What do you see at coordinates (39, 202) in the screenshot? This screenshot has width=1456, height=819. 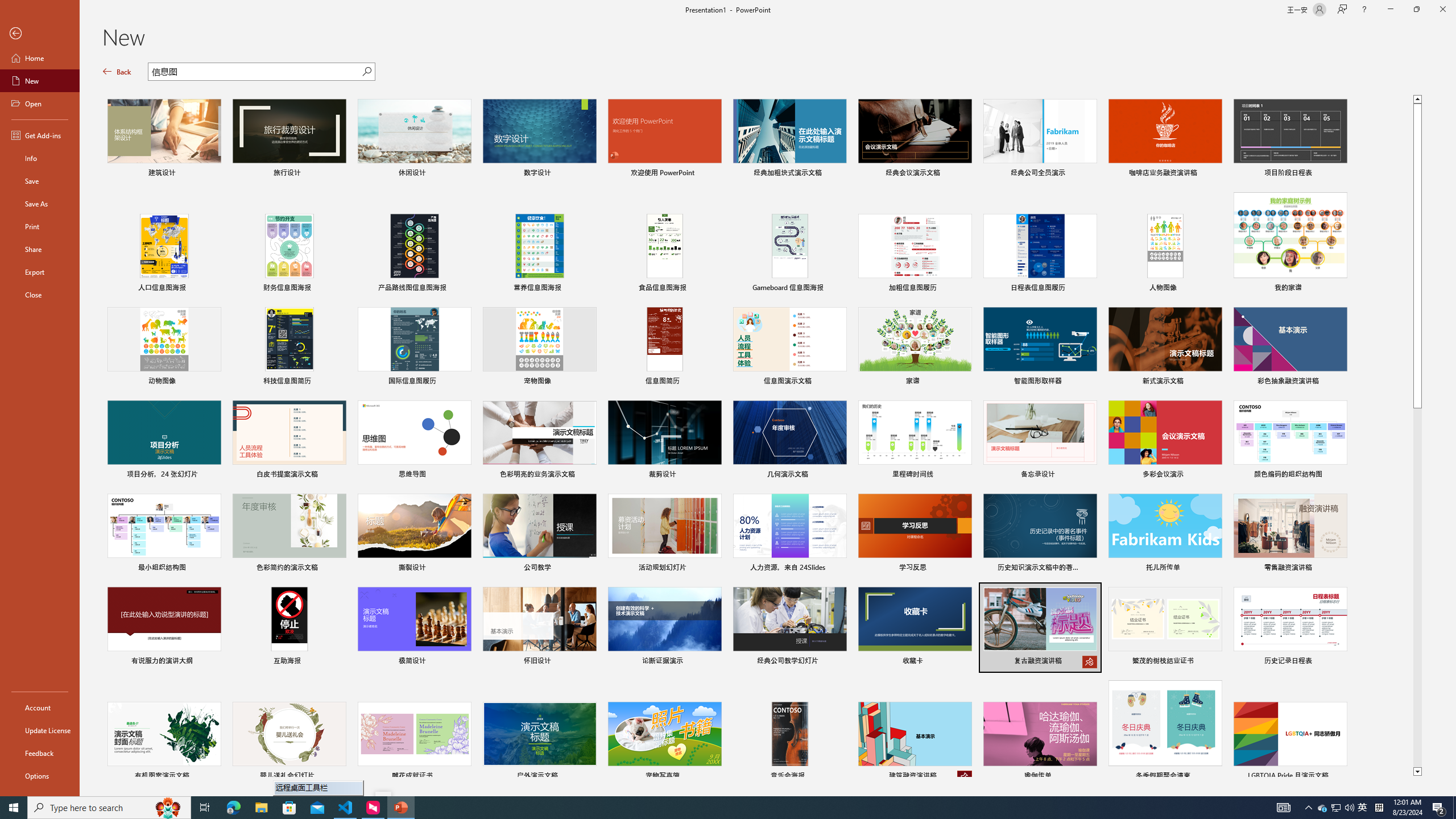 I see `'Save As'` at bounding box center [39, 202].